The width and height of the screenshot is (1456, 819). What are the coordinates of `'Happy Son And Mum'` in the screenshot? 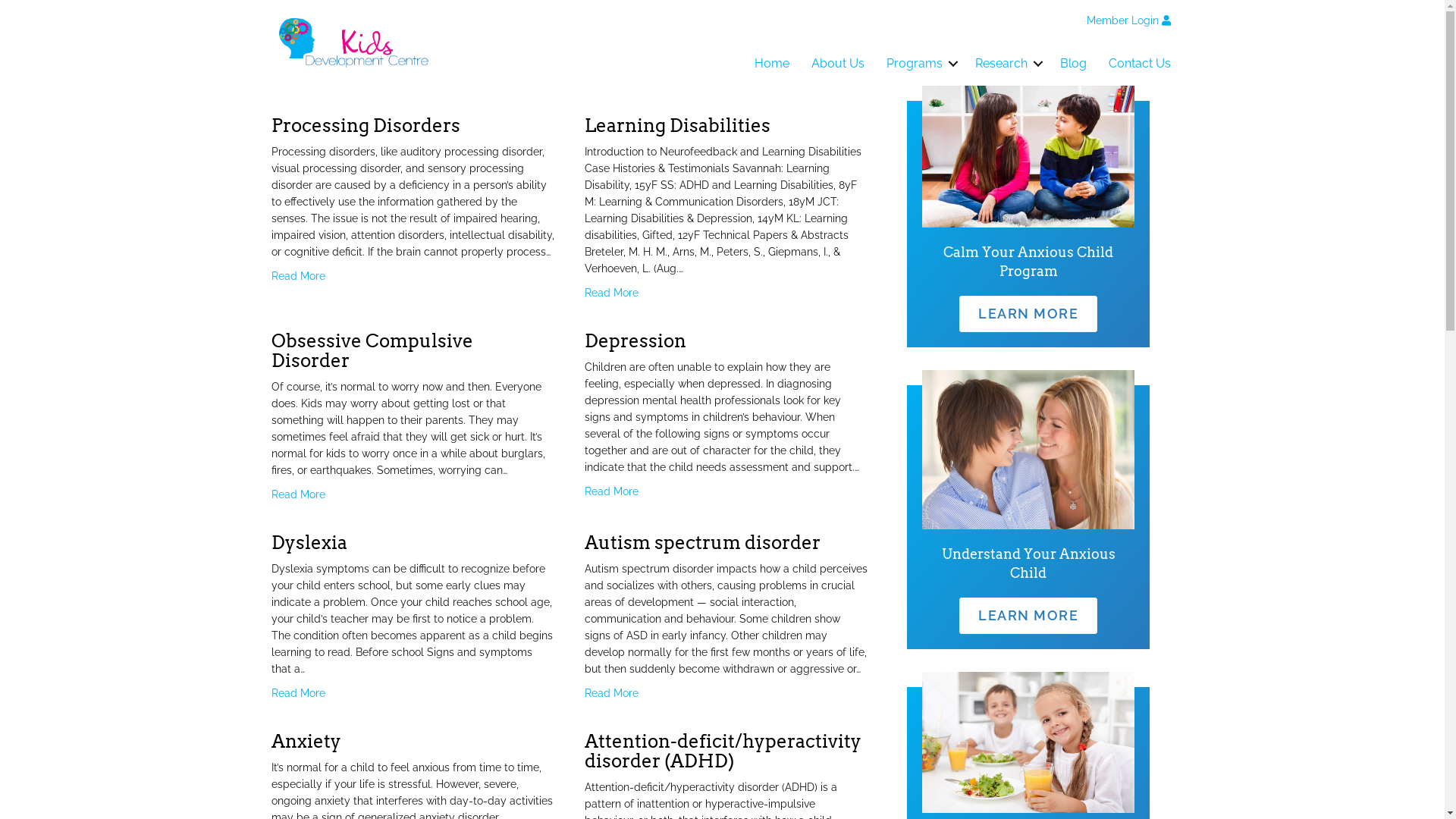 It's located at (921, 449).